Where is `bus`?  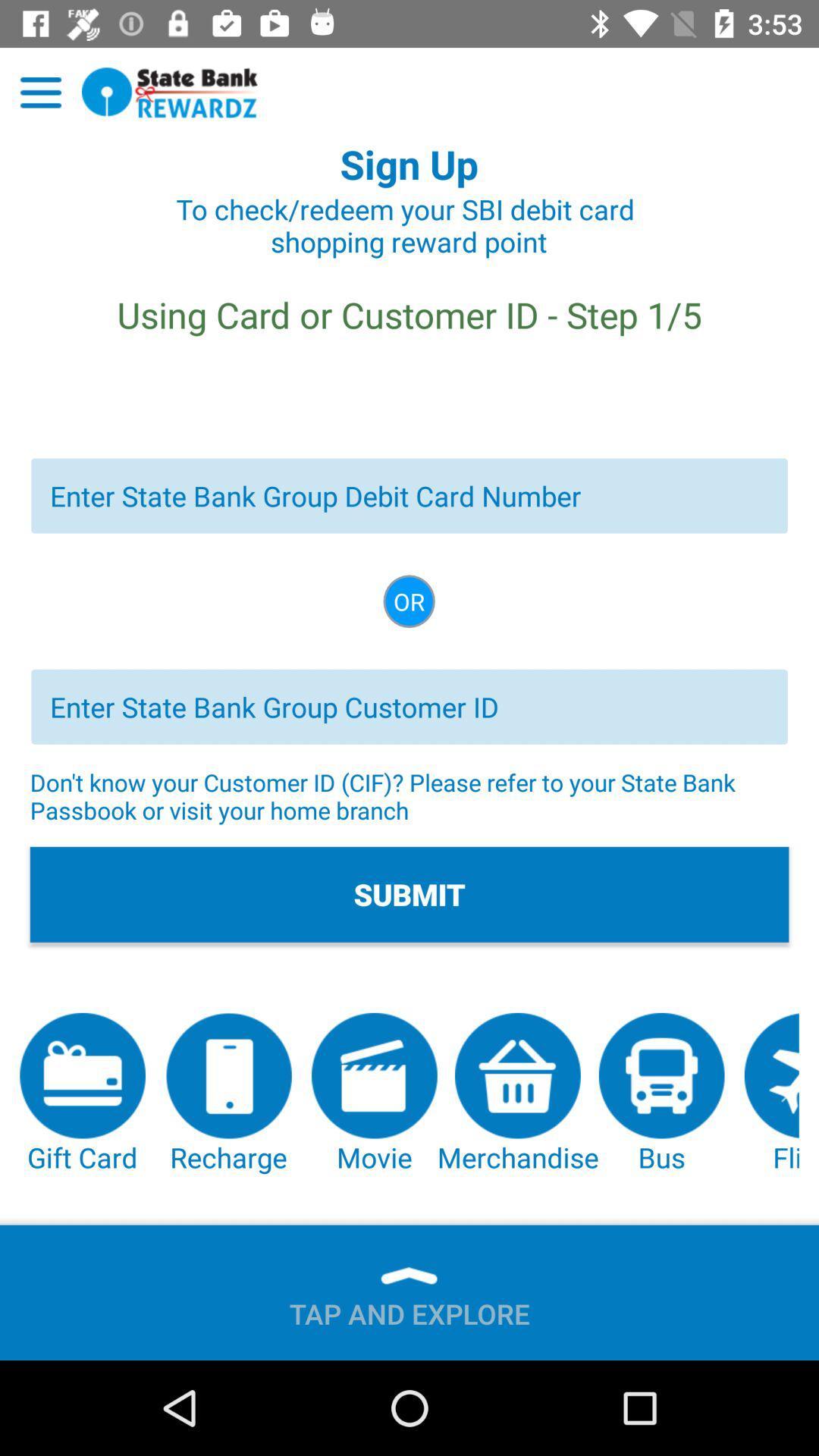 bus is located at coordinates (661, 1094).